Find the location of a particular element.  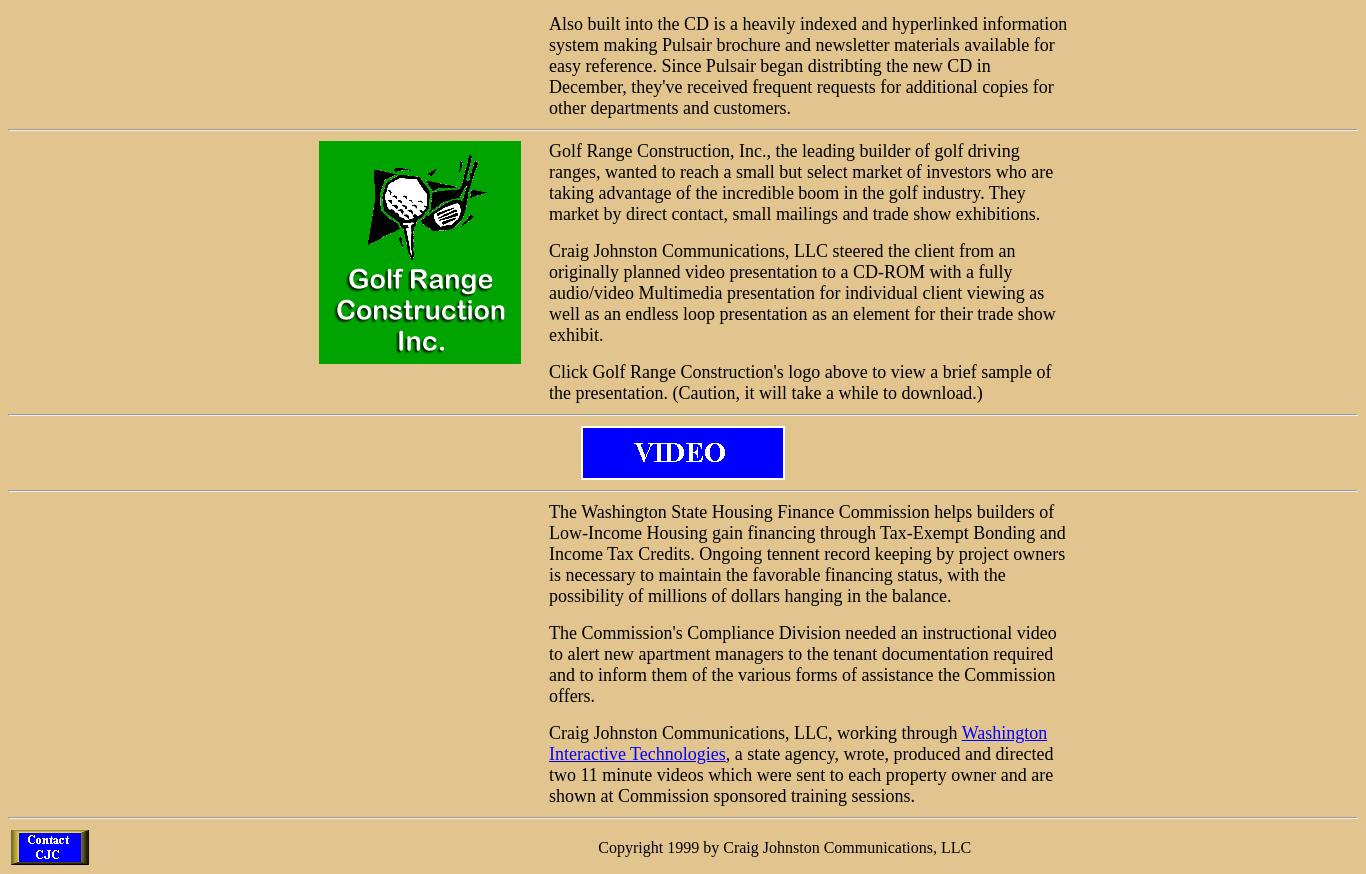

'Click Golf Range Construction's logo above to view a brief sample of the
    presentation. (Caution, it will take a while to download.)' is located at coordinates (798, 382).